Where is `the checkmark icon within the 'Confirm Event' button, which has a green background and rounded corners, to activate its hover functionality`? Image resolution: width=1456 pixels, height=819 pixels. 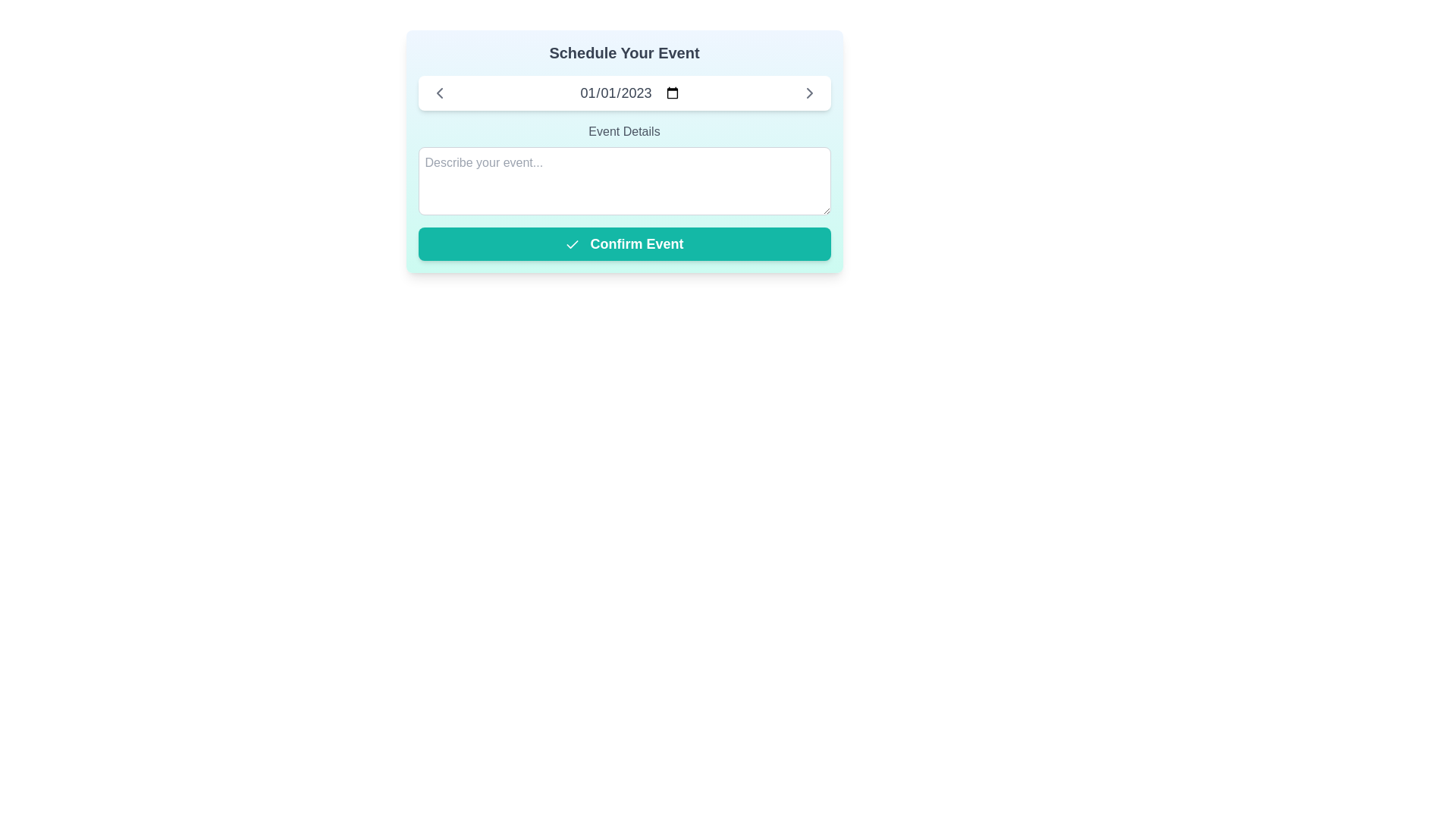 the checkmark icon within the 'Confirm Event' button, which has a green background and rounded corners, to activate its hover functionality is located at coordinates (572, 243).